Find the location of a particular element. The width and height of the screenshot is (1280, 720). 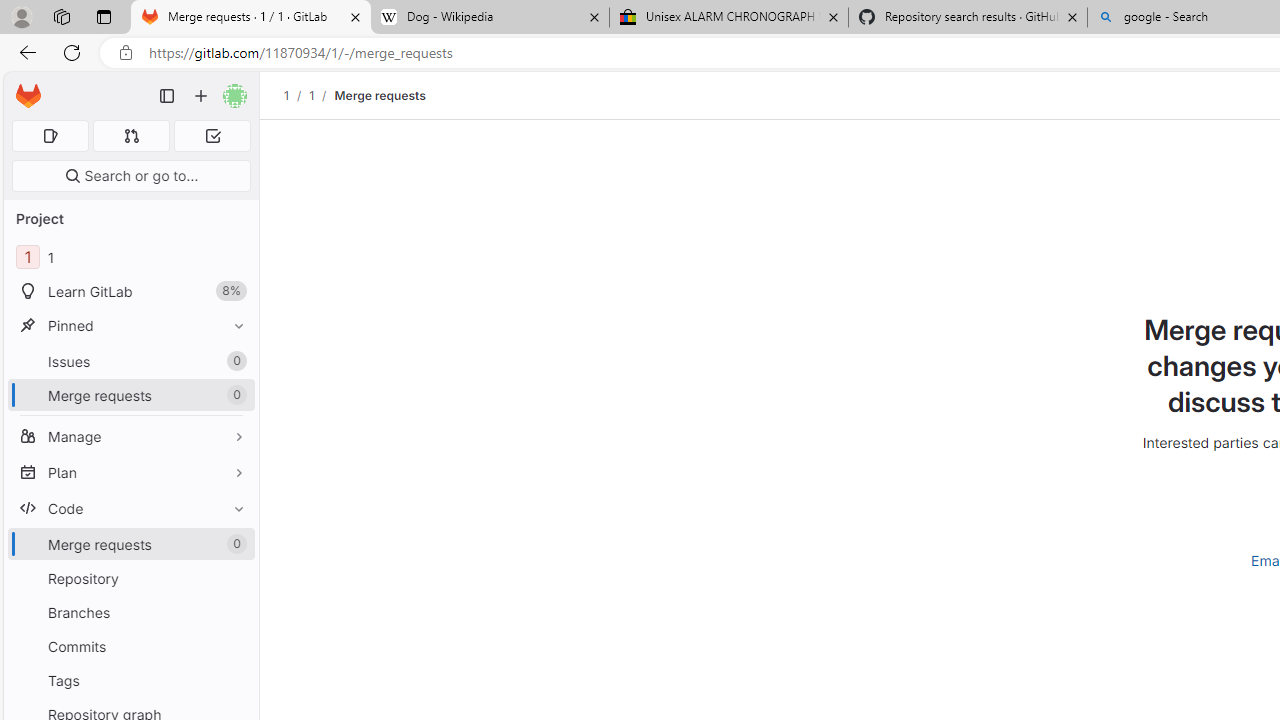

'Commits' is located at coordinates (130, 646).